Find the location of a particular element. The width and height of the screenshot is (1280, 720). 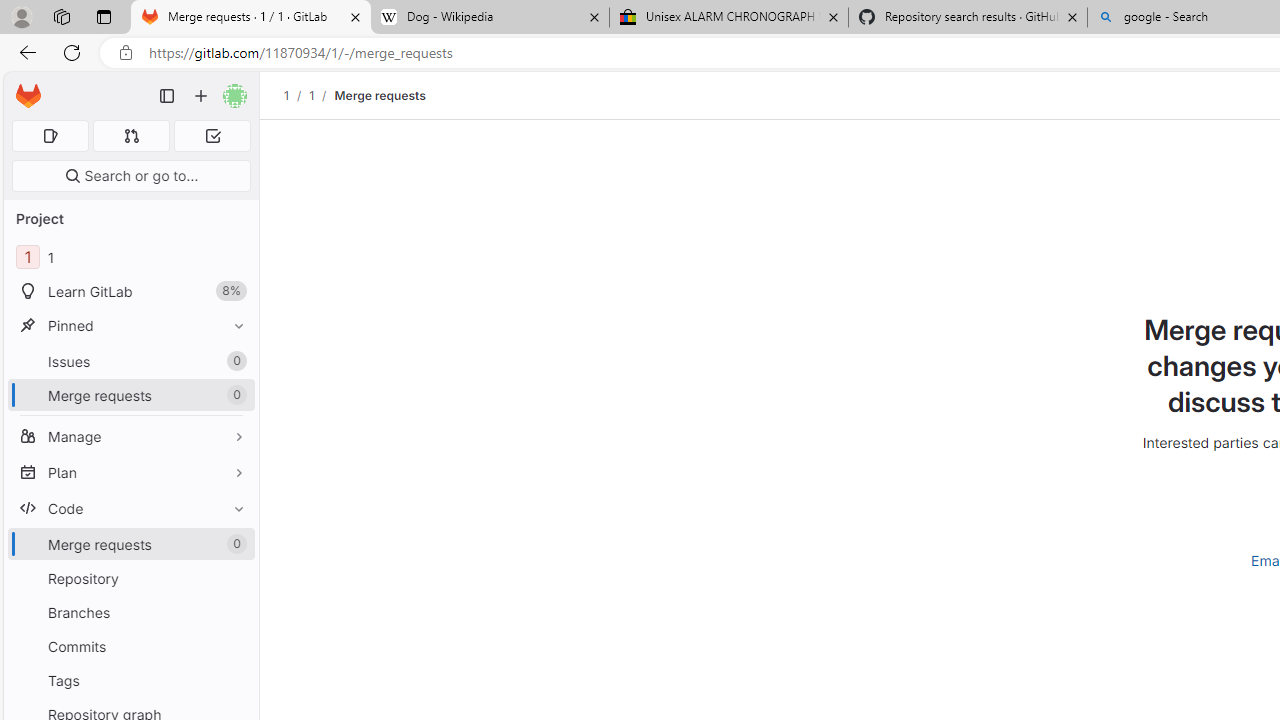

'Commits' is located at coordinates (130, 646).